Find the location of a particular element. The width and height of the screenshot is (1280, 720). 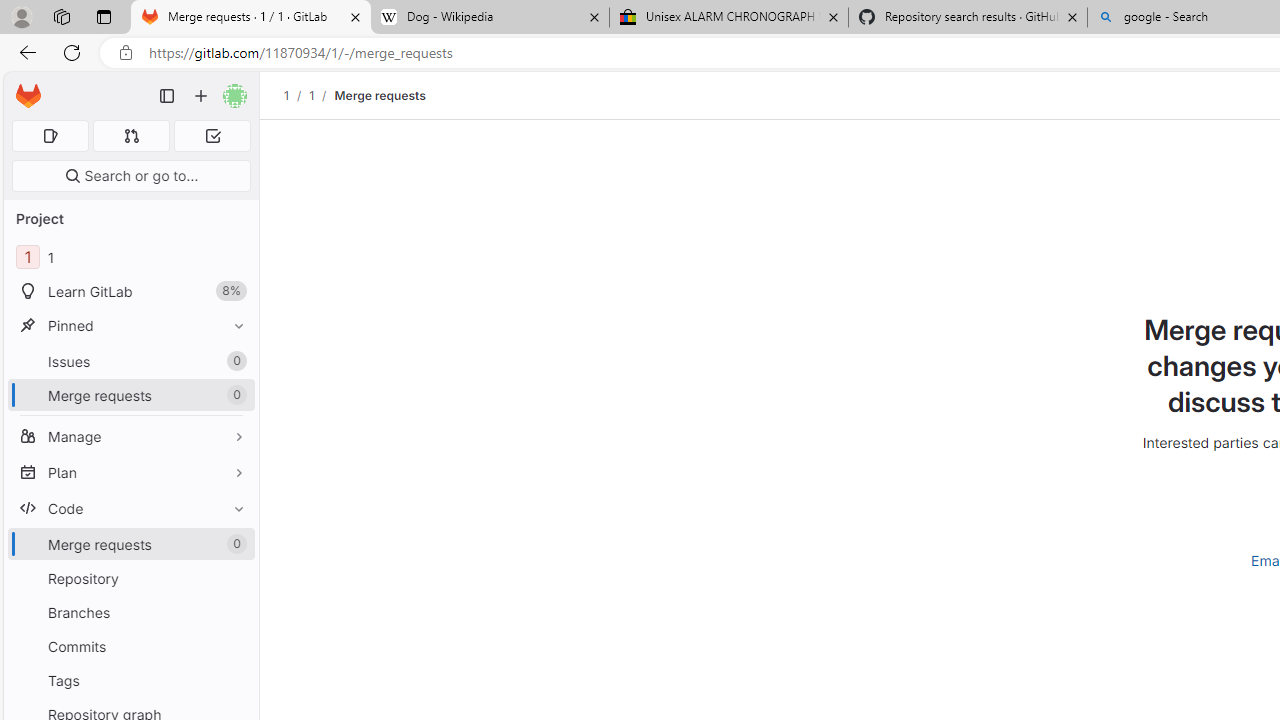

'Commits' is located at coordinates (130, 646).